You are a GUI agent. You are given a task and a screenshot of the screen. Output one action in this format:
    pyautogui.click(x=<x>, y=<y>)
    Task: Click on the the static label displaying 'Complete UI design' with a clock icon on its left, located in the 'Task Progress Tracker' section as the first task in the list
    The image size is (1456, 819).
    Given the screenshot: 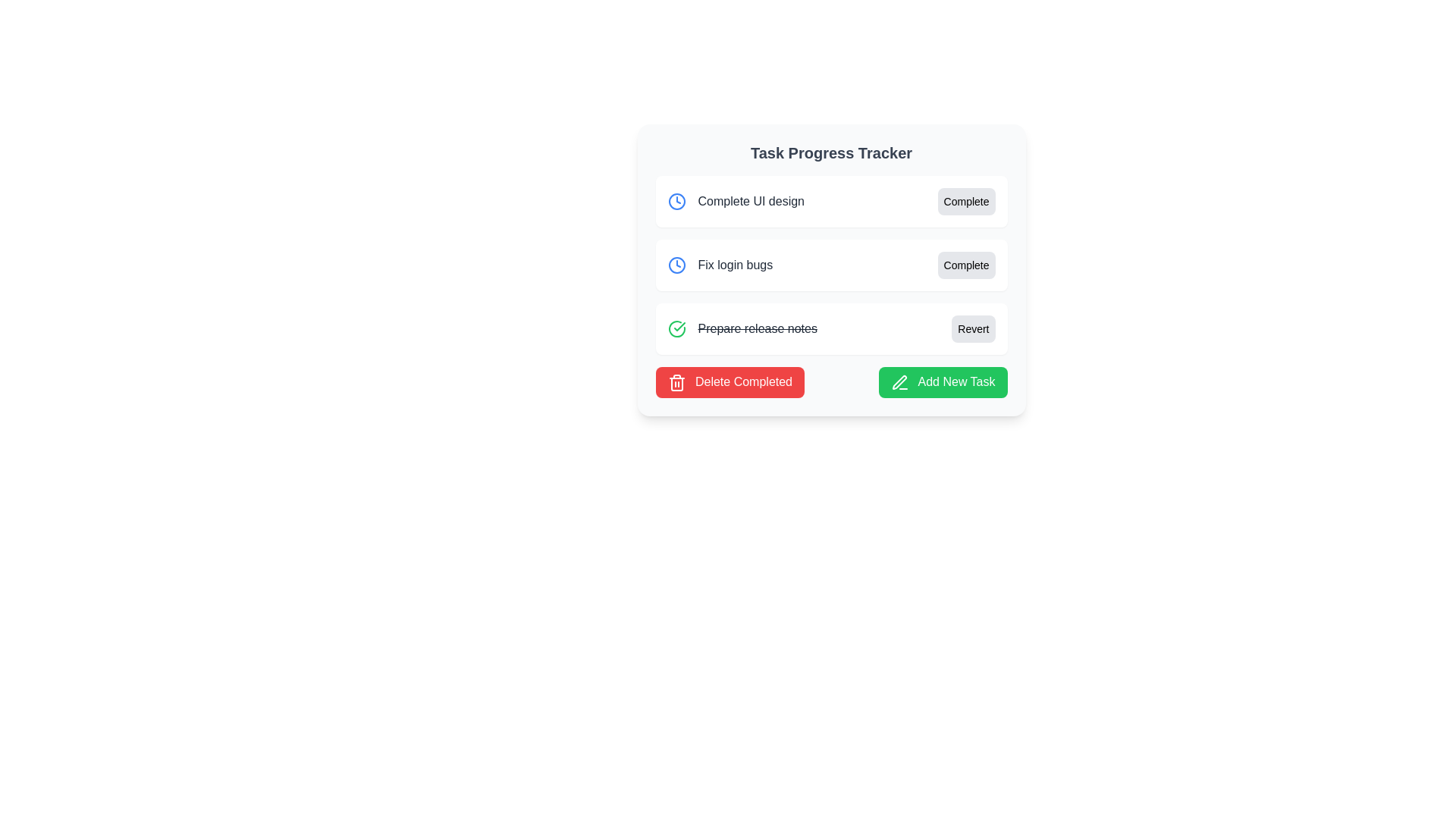 What is the action you would take?
    pyautogui.click(x=736, y=201)
    